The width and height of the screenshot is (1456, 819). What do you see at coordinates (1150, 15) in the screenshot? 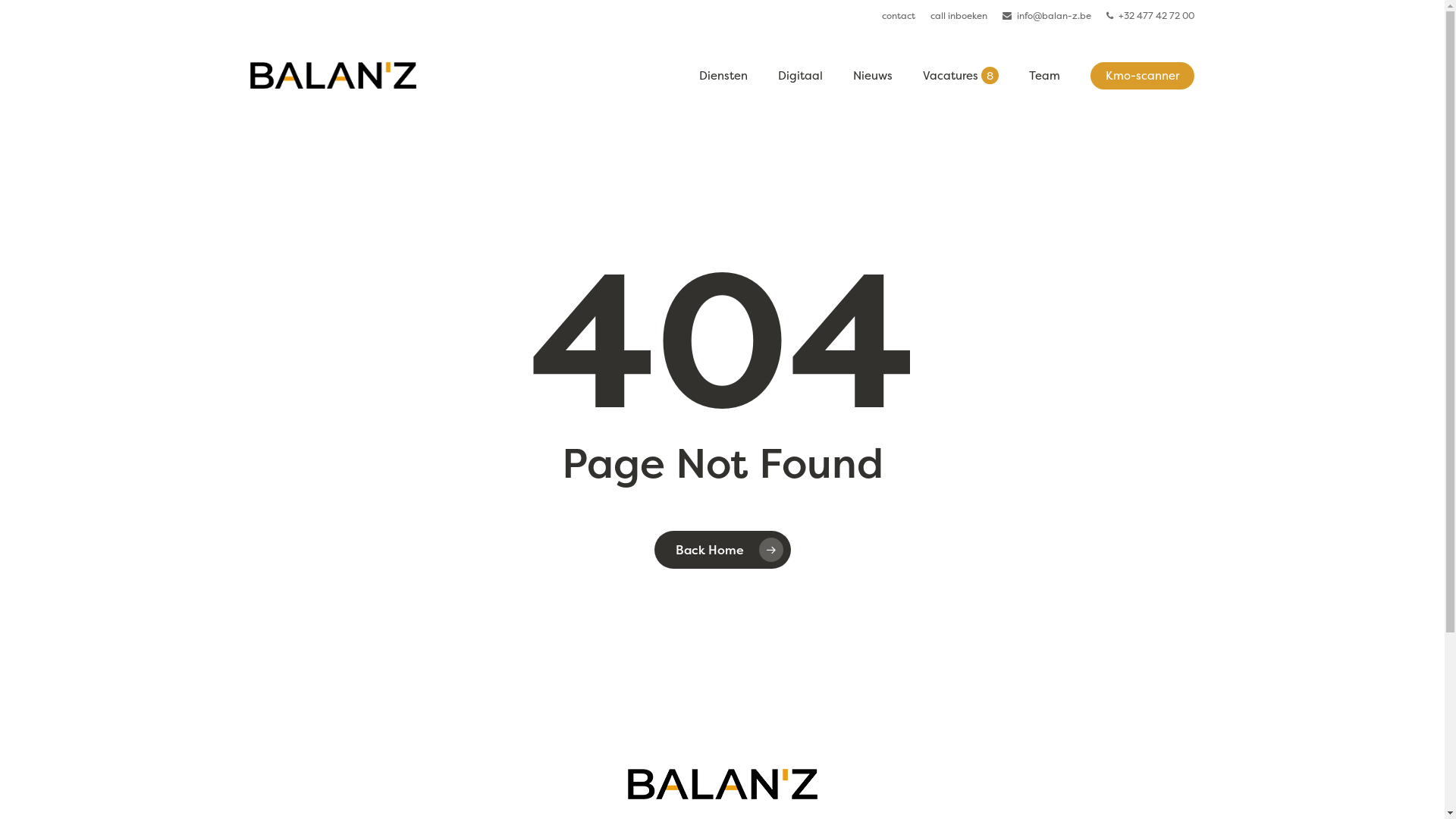
I see `'+32 477 42 72 00'` at bounding box center [1150, 15].